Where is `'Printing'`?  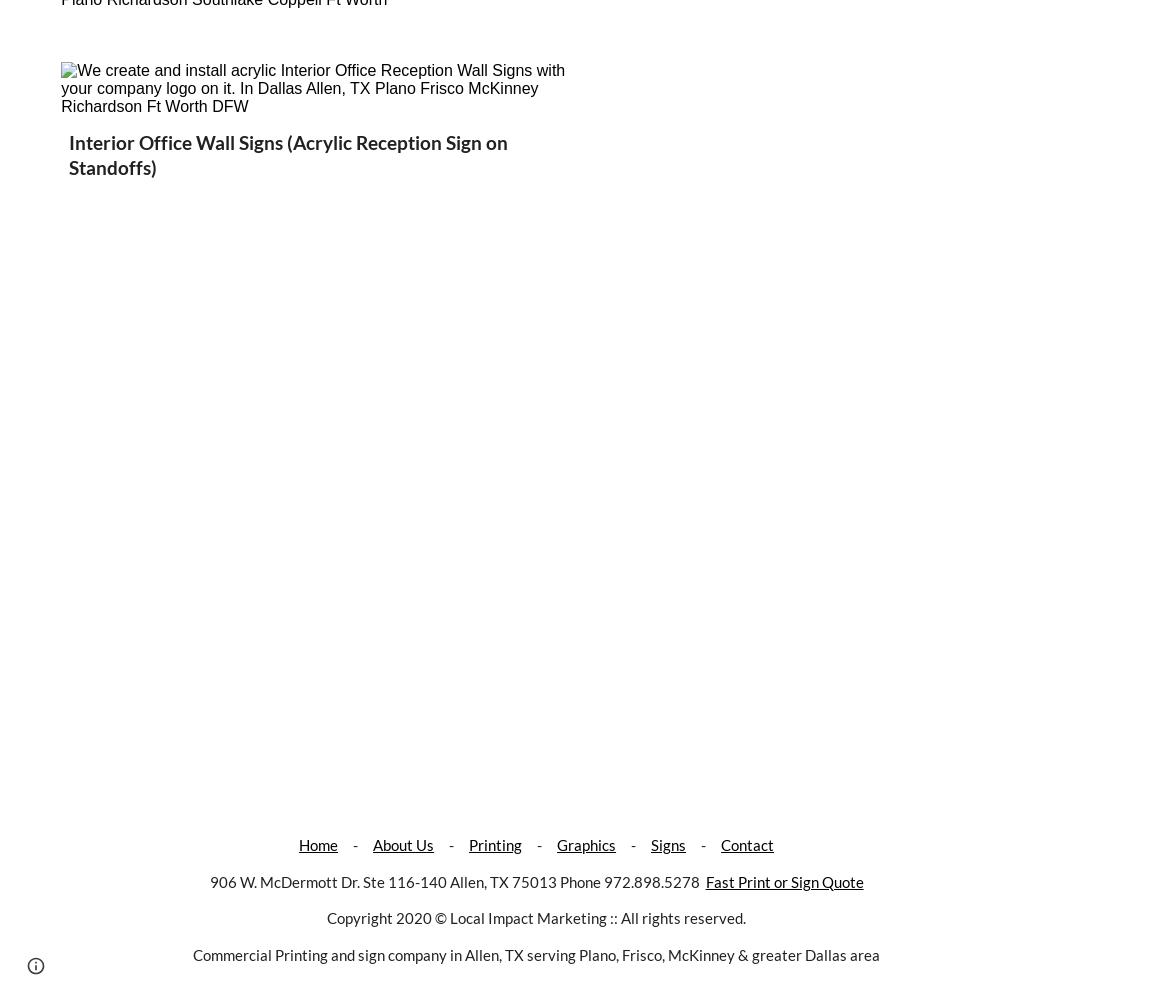
'Printing' is located at coordinates (494, 844).